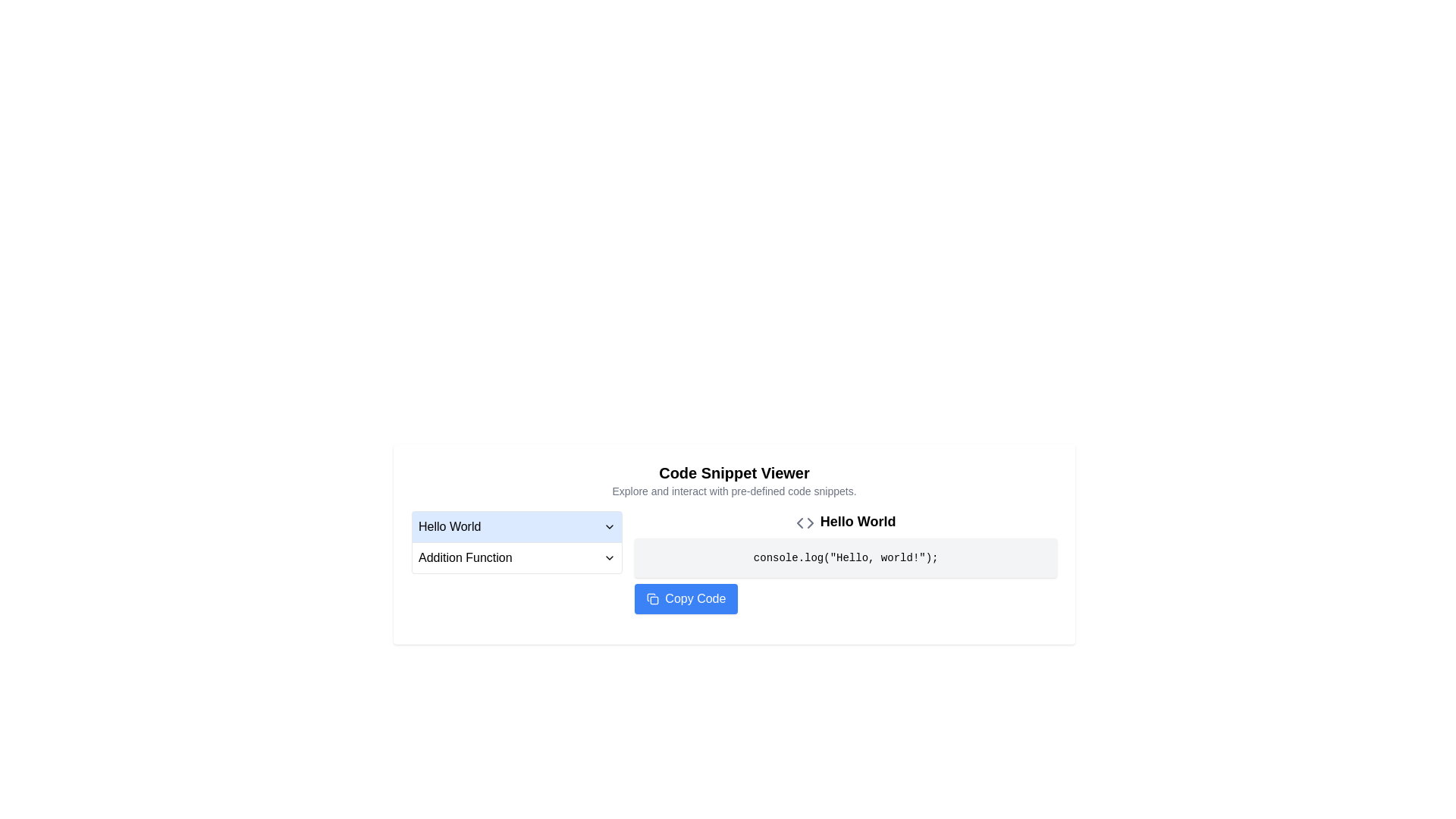 This screenshot has width=1456, height=819. What do you see at coordinates (734, 562) in the screenshot?
I see `the Code block display area located in the bottom right section of the interface, beneath the 'Hello World' and 'Addition Function' dropdowns` at bounding box center [734, 562].